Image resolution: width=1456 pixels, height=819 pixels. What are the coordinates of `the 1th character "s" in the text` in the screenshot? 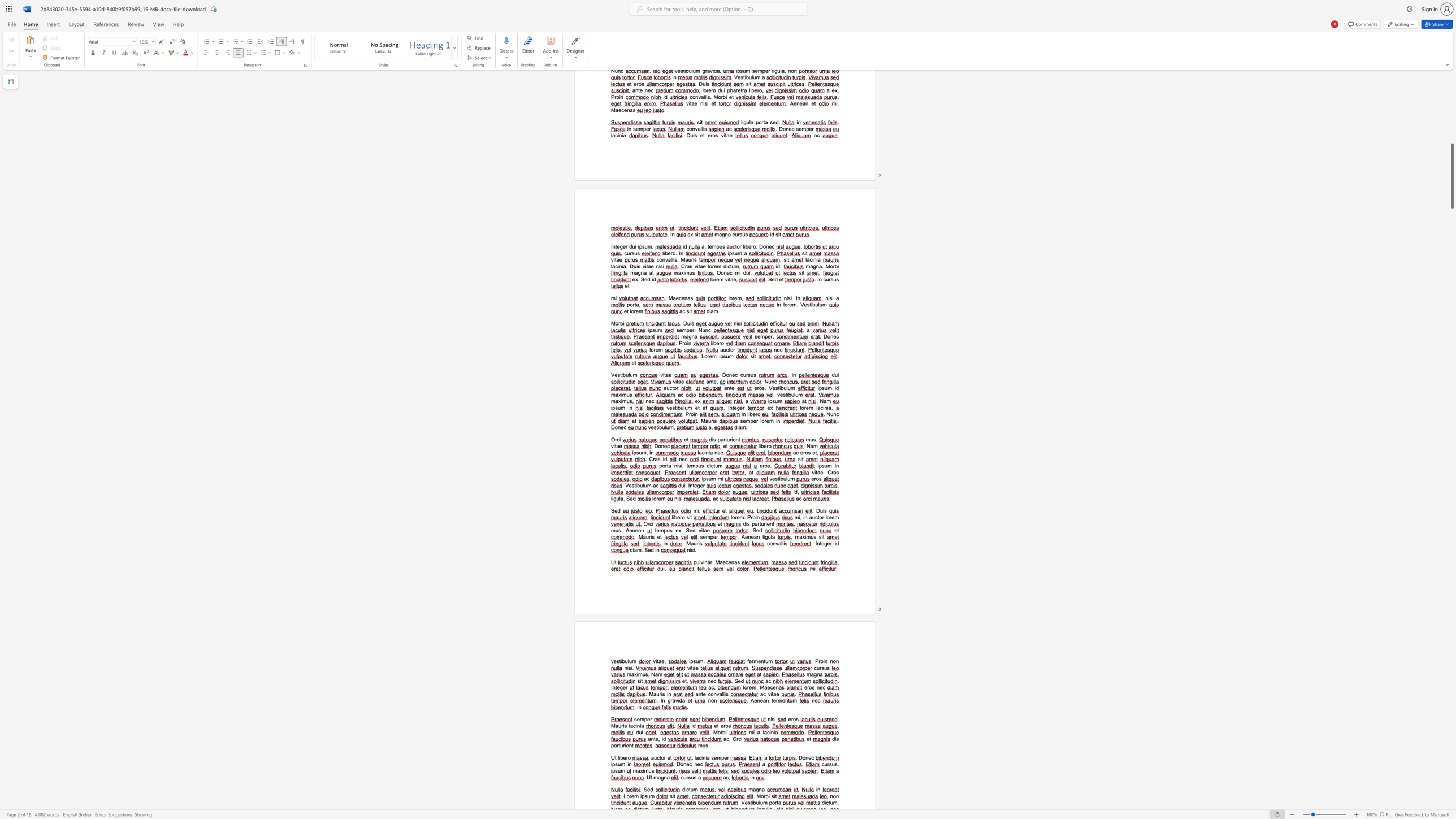 It's located at (663, 694).